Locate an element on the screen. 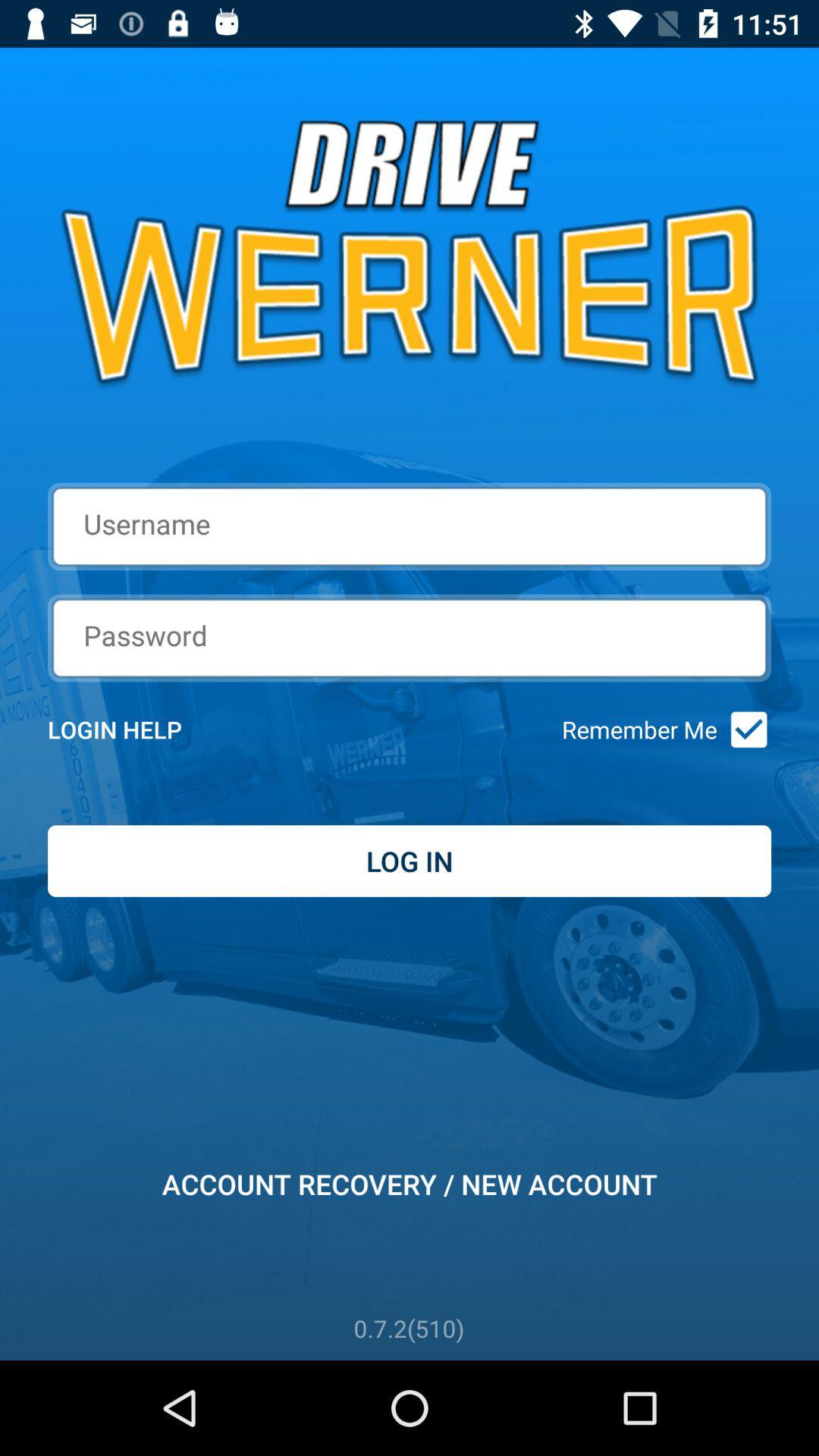  the item next to remember me icon is located at coordinates (134, 730).